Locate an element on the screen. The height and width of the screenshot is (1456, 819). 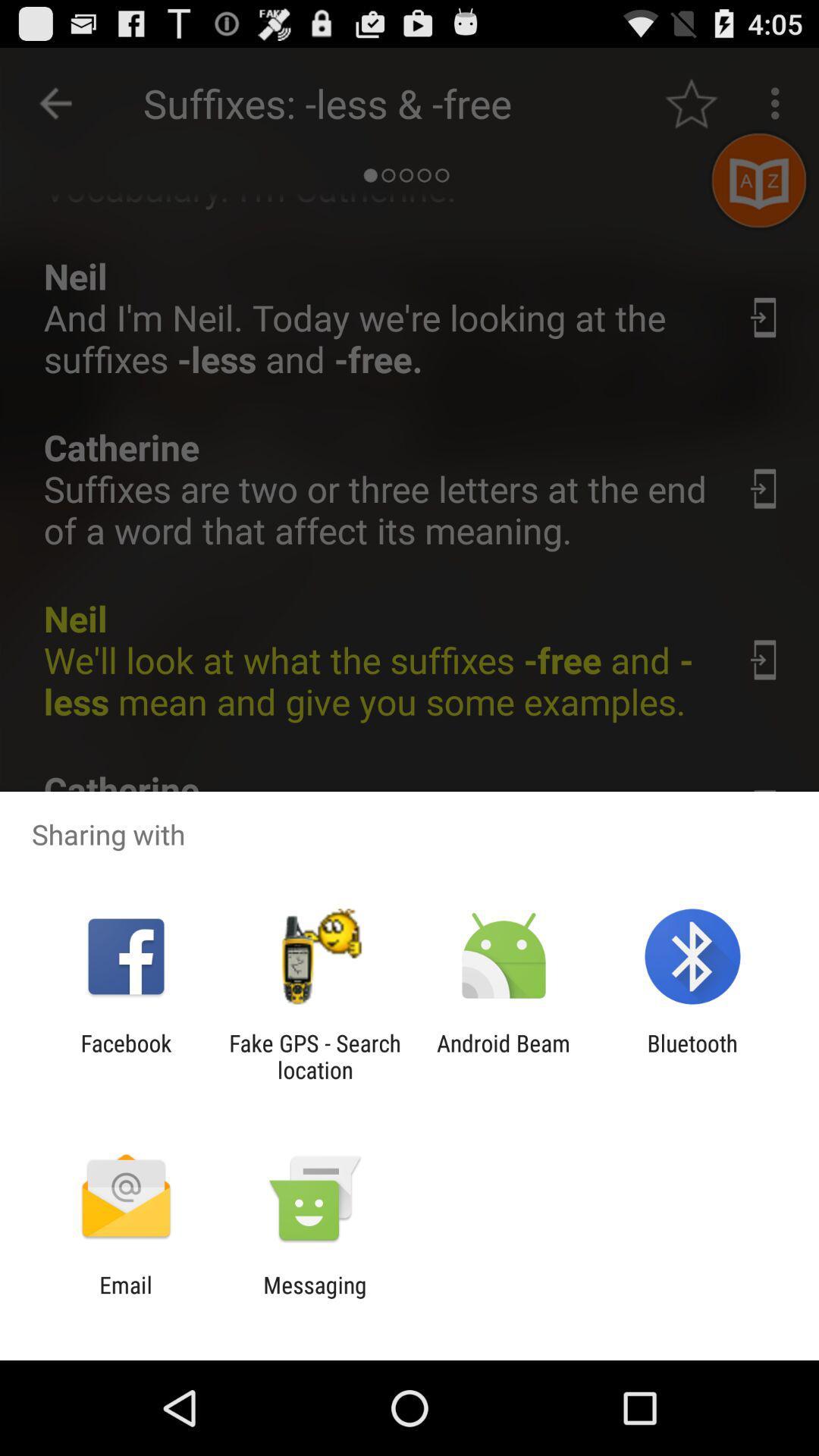
the fake gps search is located at coordinates (314, 1056).